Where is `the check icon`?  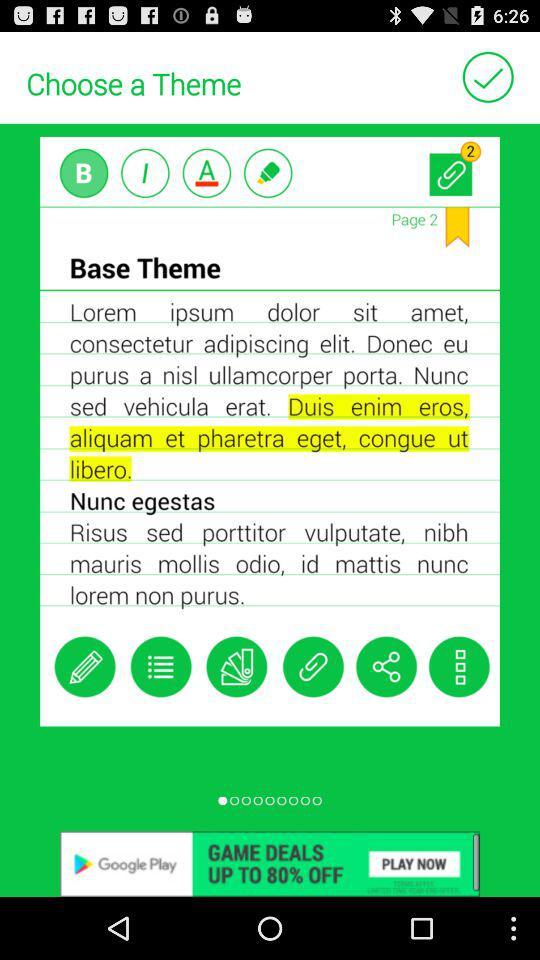
the check icon is located at coordinates (487, 82).